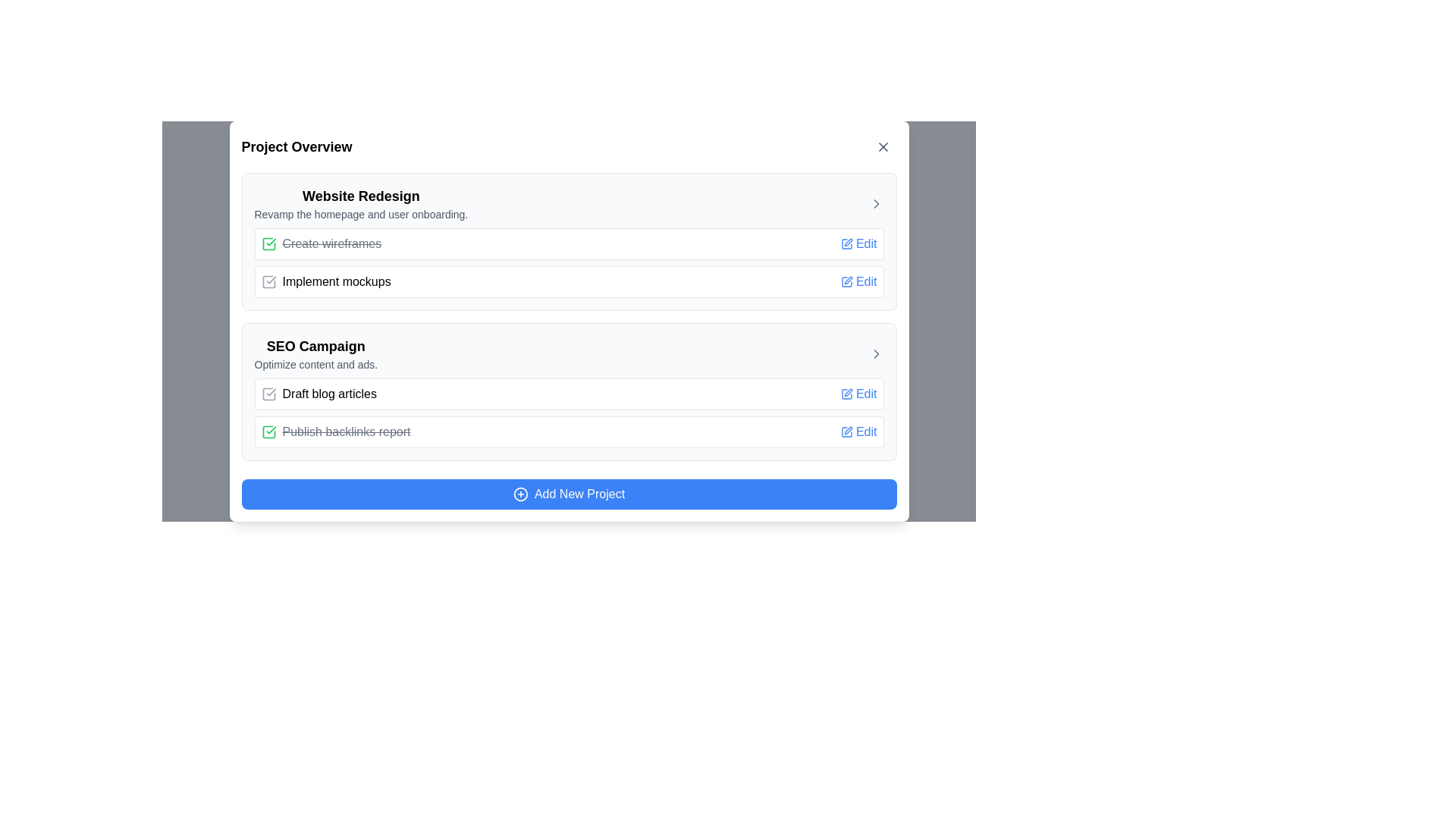 This screenshot has height=819, width=1456. Describe the element at coordinates (268, 243) in the screenshot. I see `the green checked square SVG icon located to the left of the 'Create wireframes' text in the 'Website Redesign' section` at that location.